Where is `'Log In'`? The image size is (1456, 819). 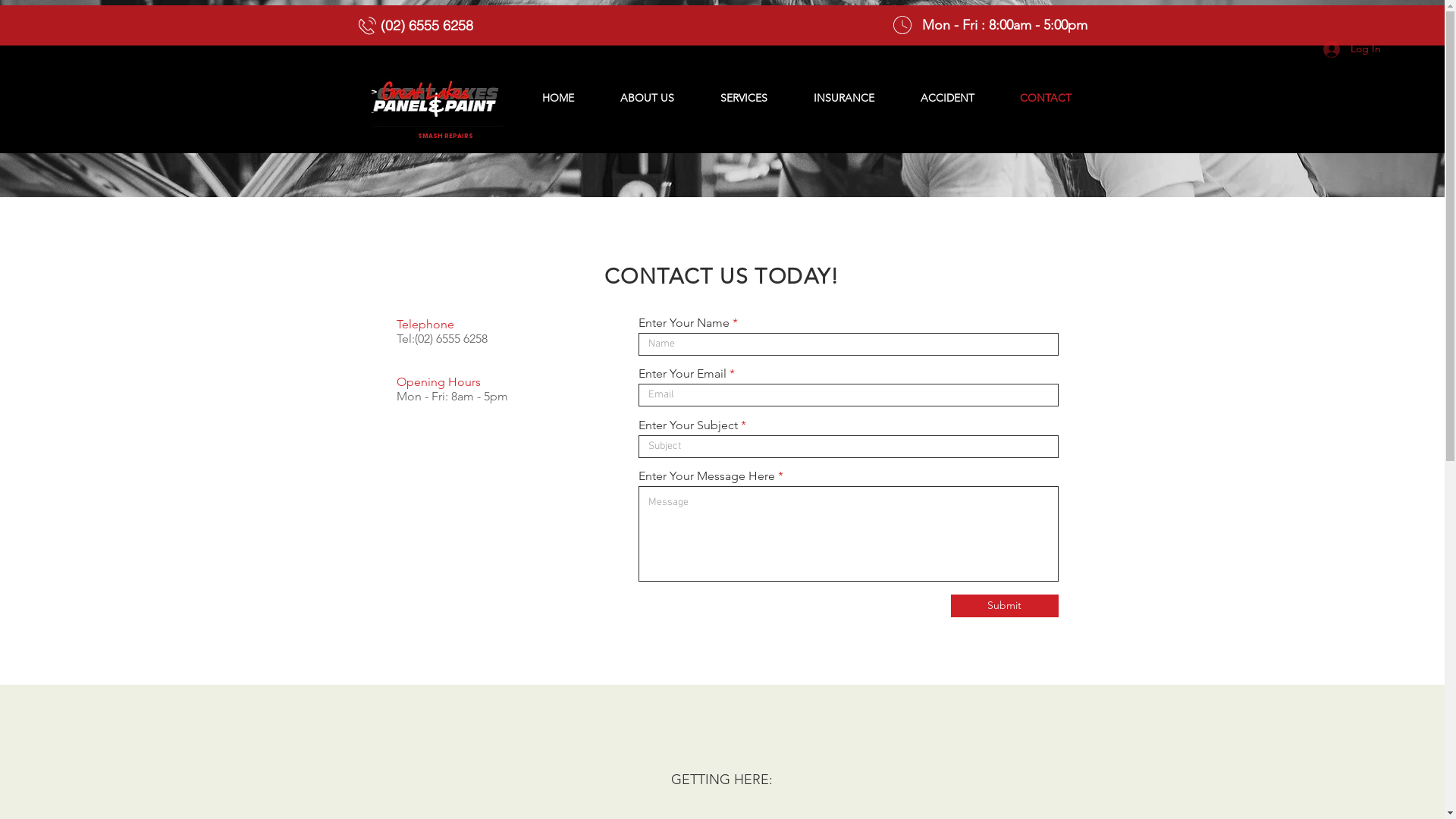
'Log In' is located at coordinates (1351, 49).